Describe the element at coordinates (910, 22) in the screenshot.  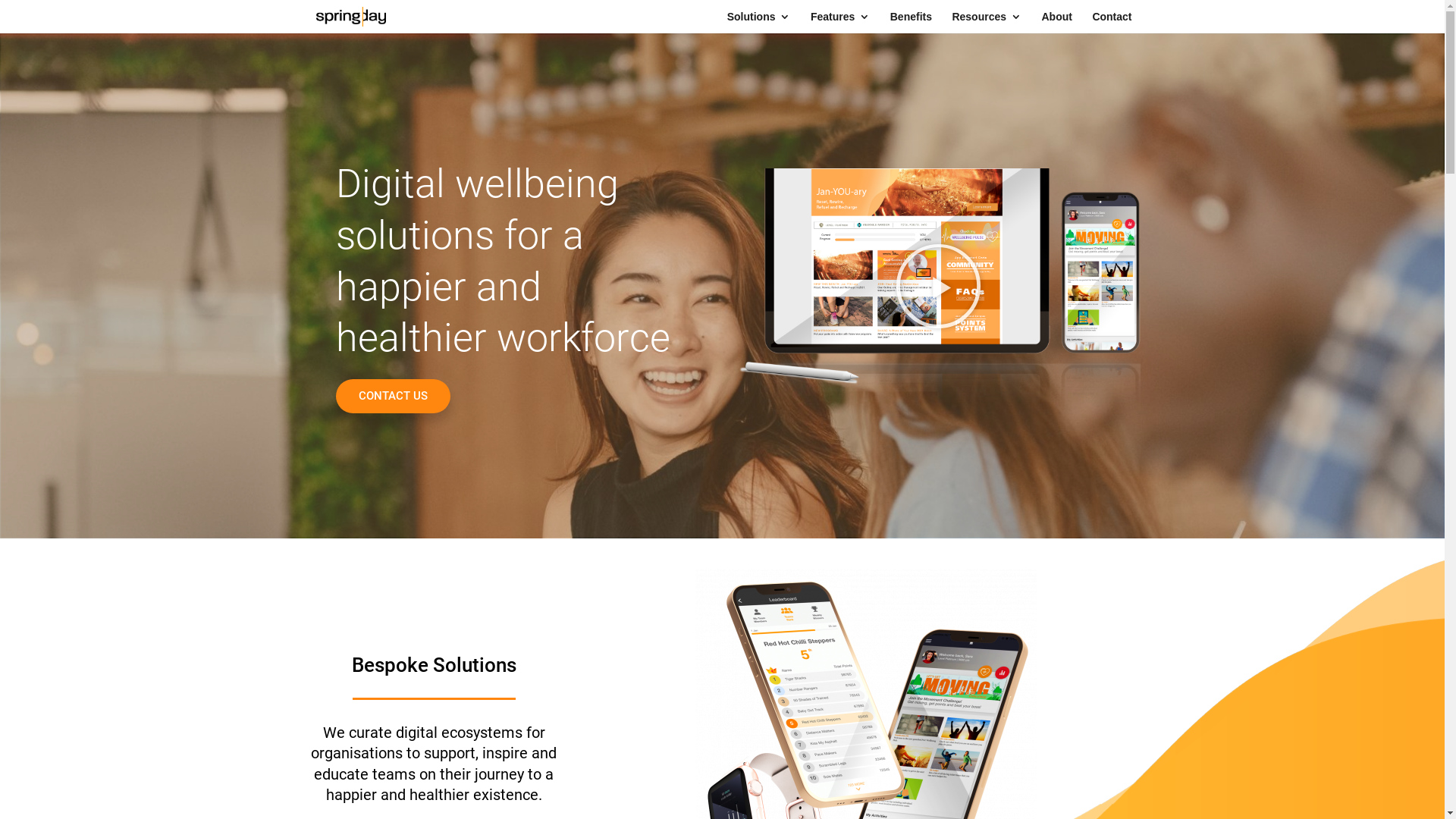
I see `'Benefits'` at that location.